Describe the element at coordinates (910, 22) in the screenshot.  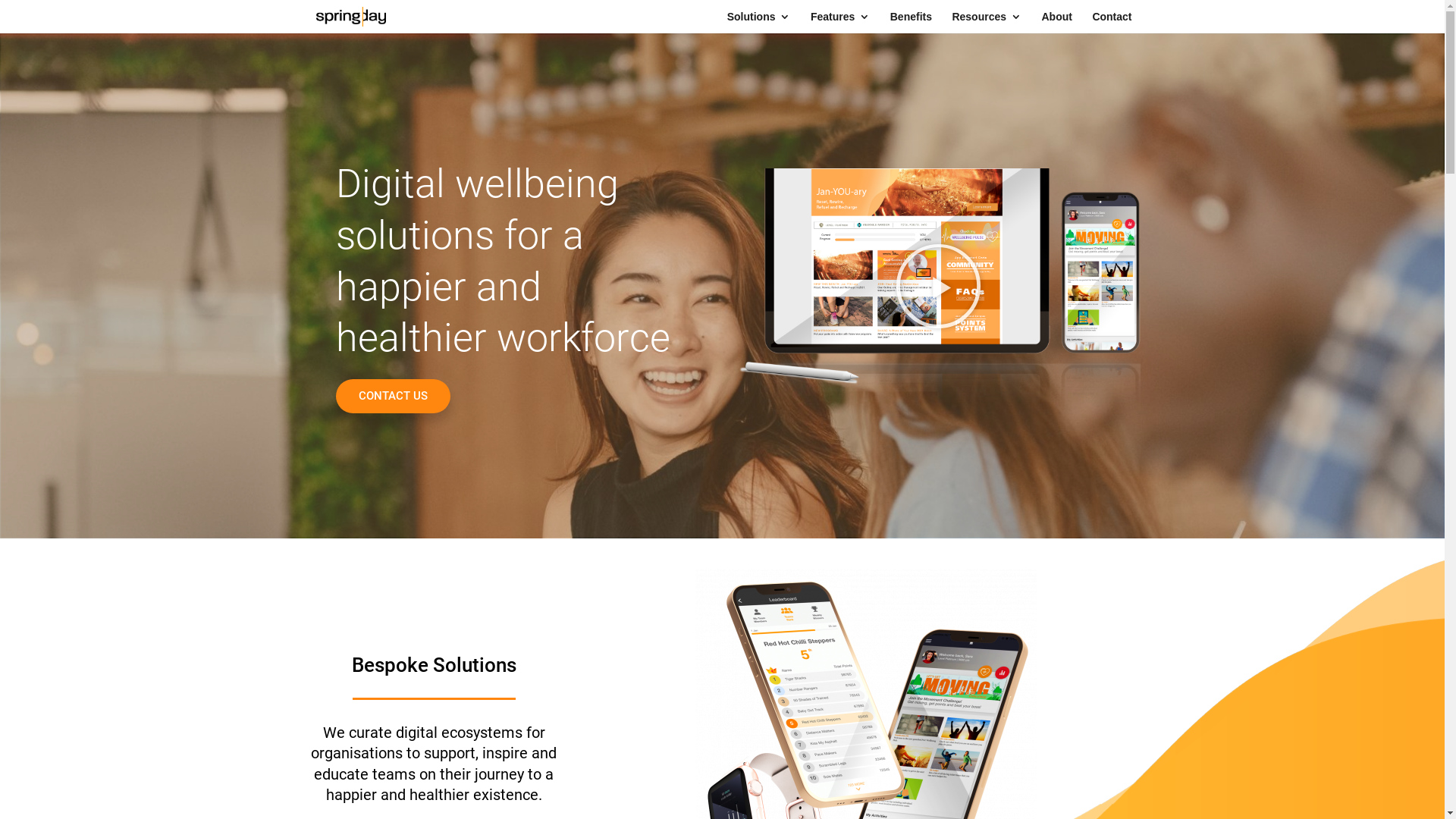
I see `'Benefits'` at that location.